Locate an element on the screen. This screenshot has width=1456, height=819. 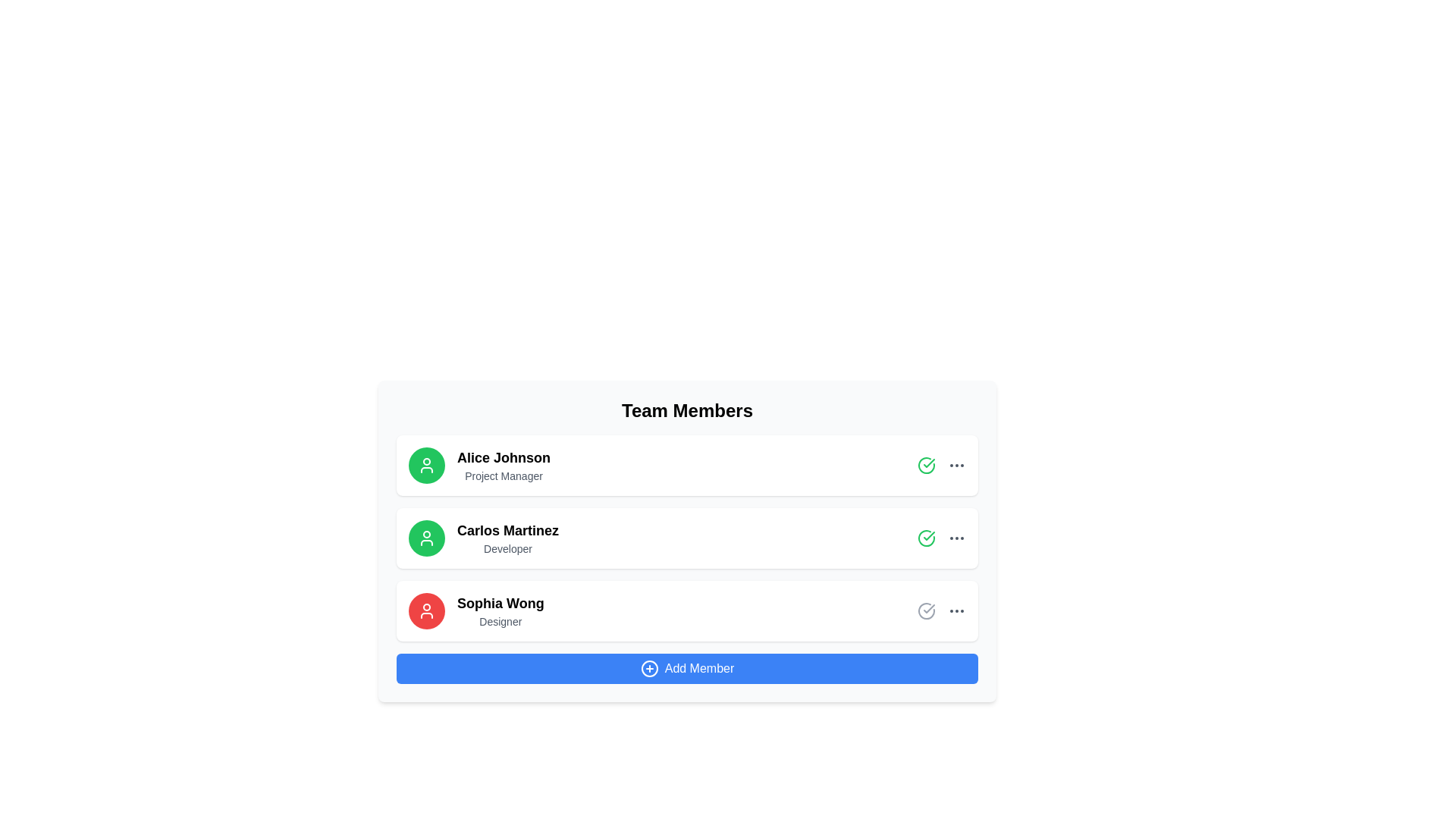
the profile picture icon that represents the user 'Carlos Martinez' in the second position of the 'Team Members' section is located at coordinates (425, 537).